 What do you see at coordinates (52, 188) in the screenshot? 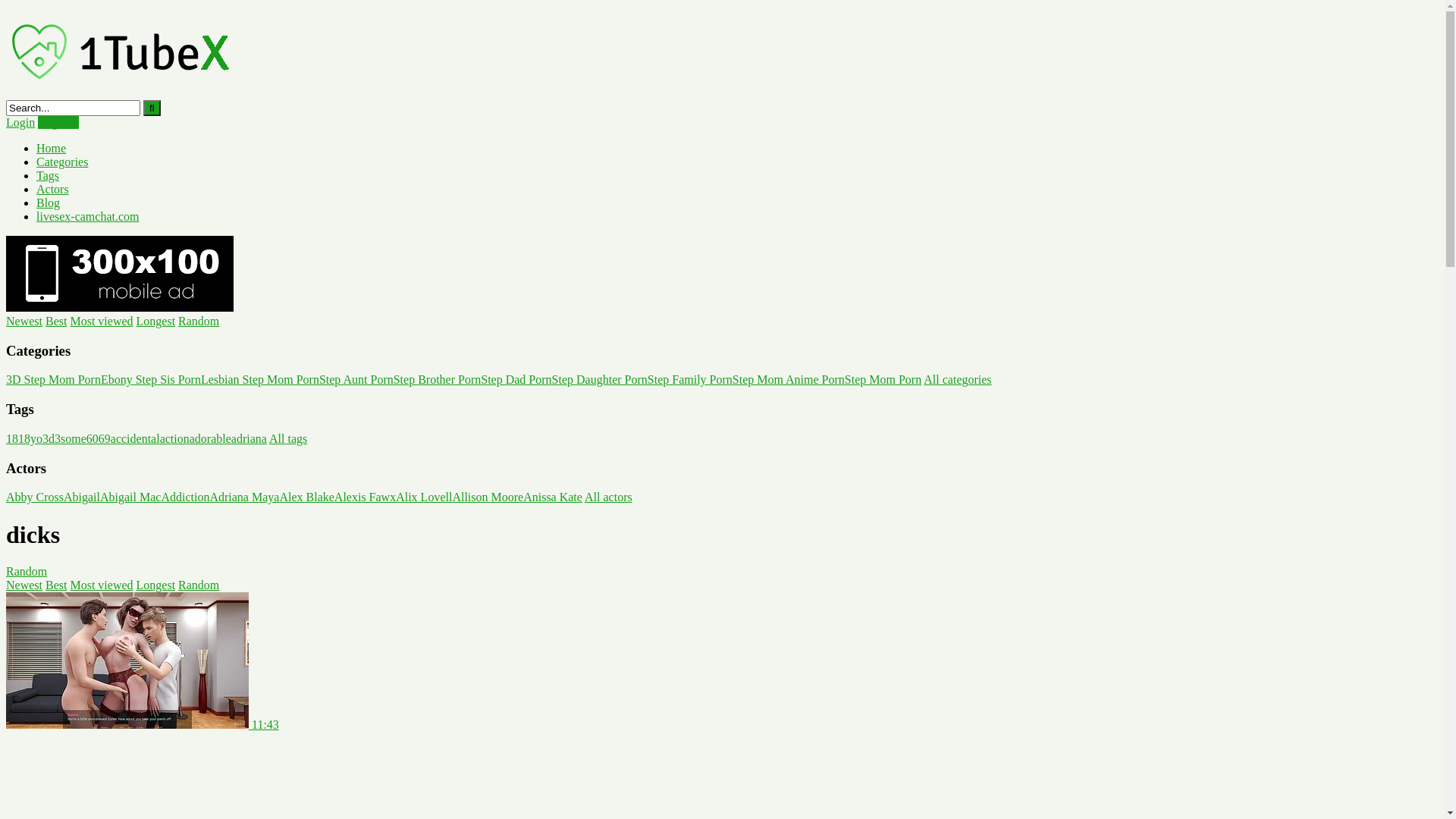
I see `'Actors'` at bounding box center [52, 188].